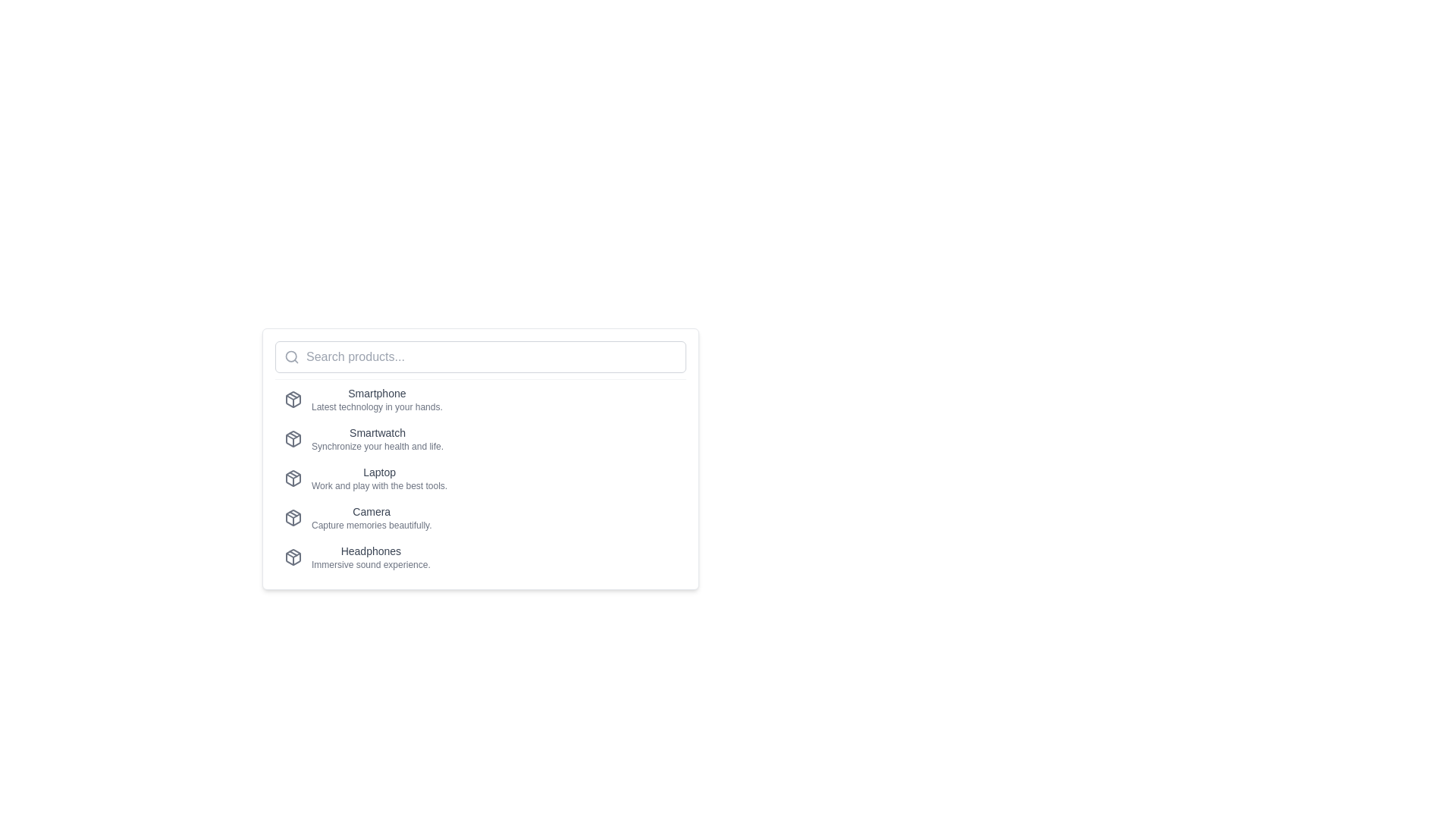  What do you see at coordinates (371, 551) in the screenshot?
I see `the text label 'Headphones' which is styled in a medium-sized grayish font and serves as a category descriptor, positioned prominently within a list of search results` at bounding box center [371, 551].